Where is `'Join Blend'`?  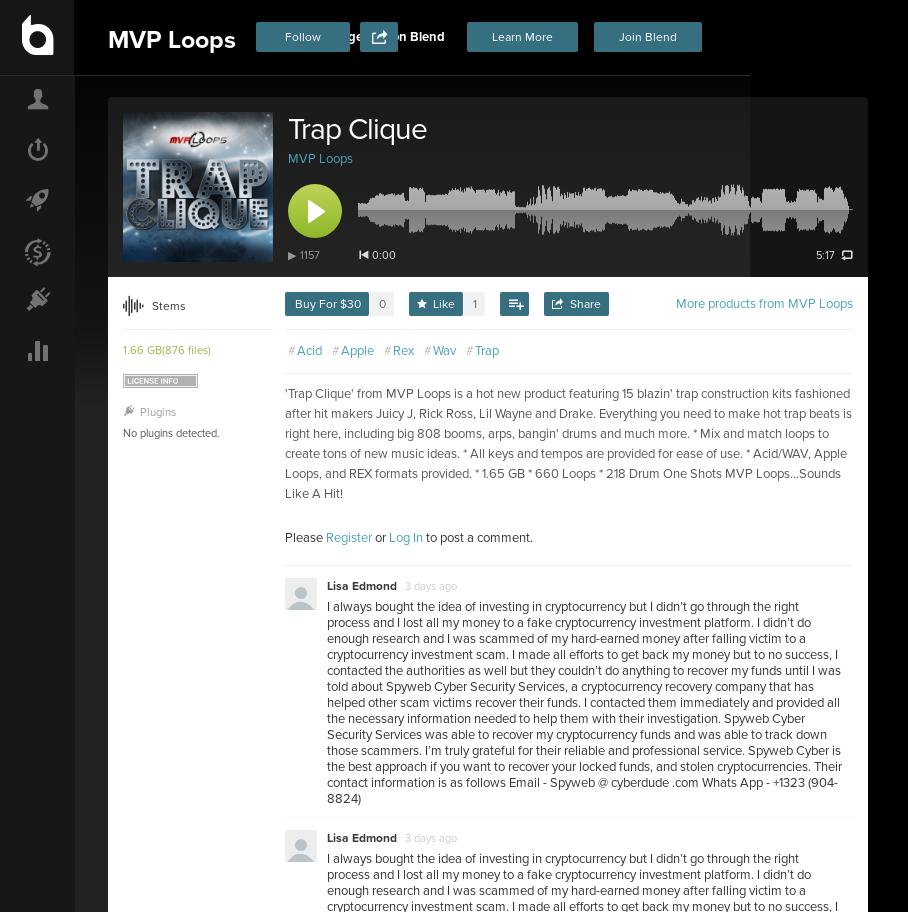 'Join Blend' is located at coordinates (648, 37).